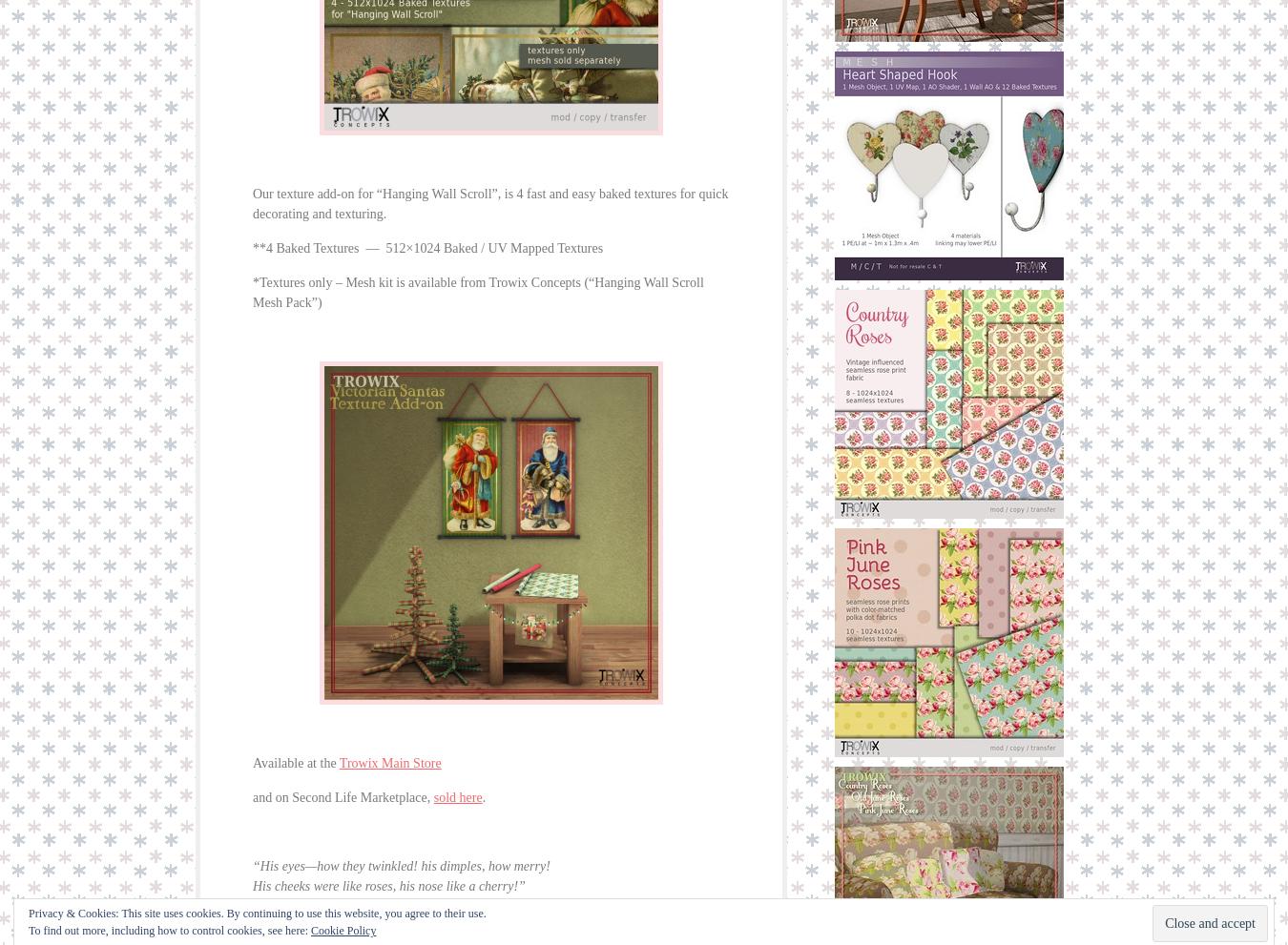 The width and height of the screenshot is (1288, 945). Describe the element at coordinates (294, 763) in the screenshot. I see `'Available at the'` at that location.